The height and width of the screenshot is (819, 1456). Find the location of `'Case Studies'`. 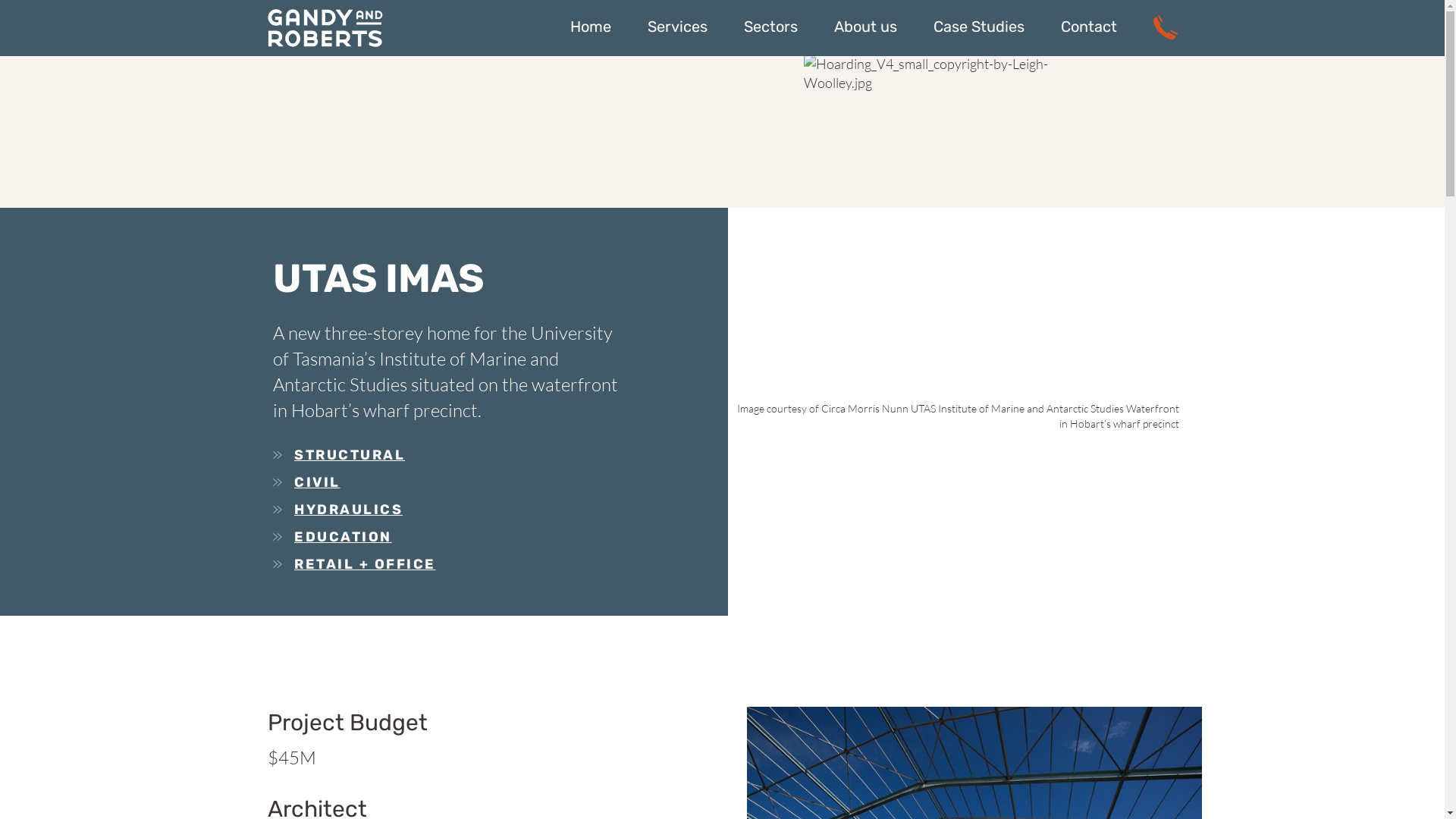

'Case Studies' is located at coordinates (978, 26).